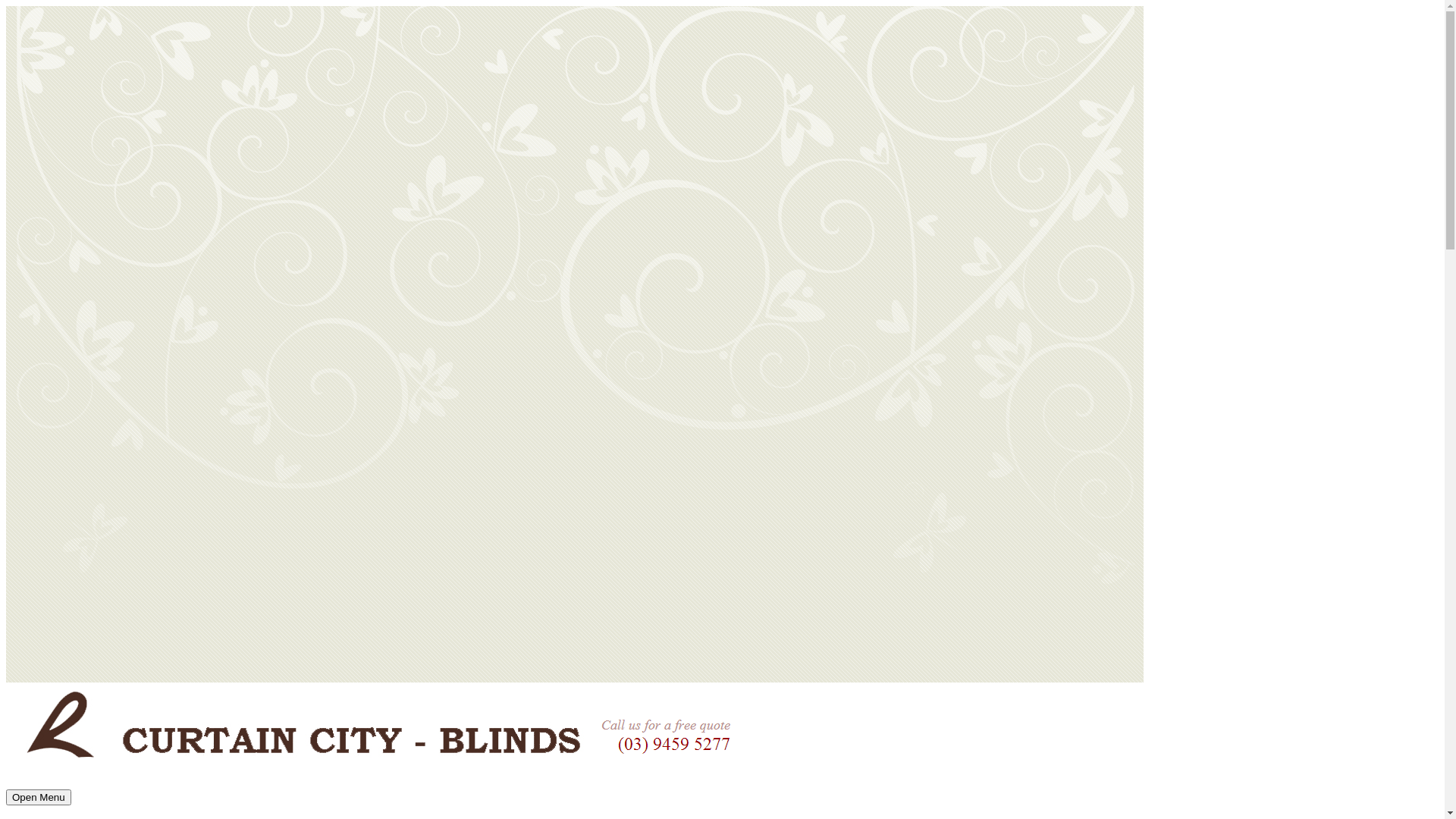 The image size is (1456, 819). I want to click on 'Open Menu', so click(39, 796).